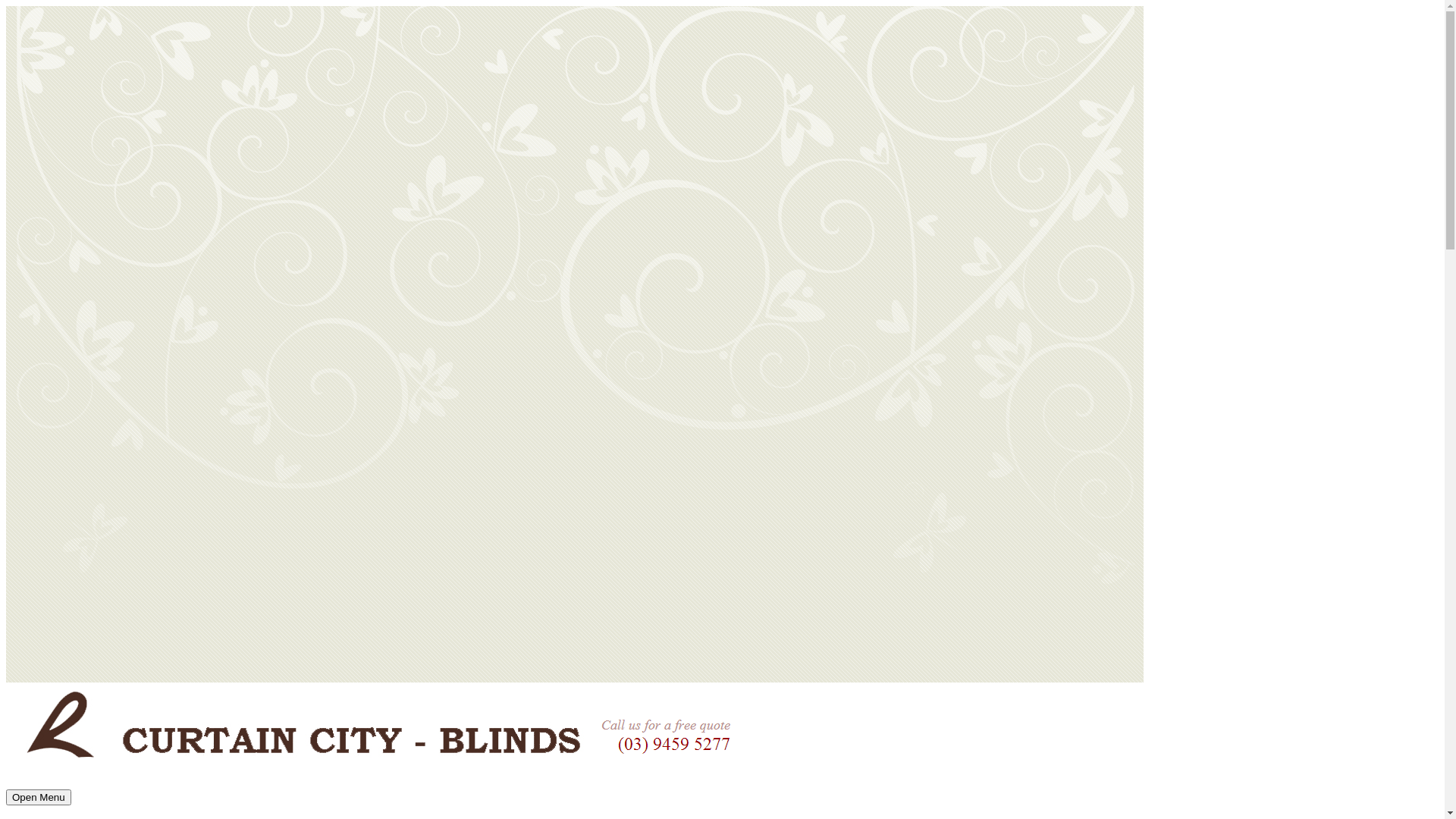 The image size is (1456, 819). I want to click on 'Open Menu', so click(39, 796).